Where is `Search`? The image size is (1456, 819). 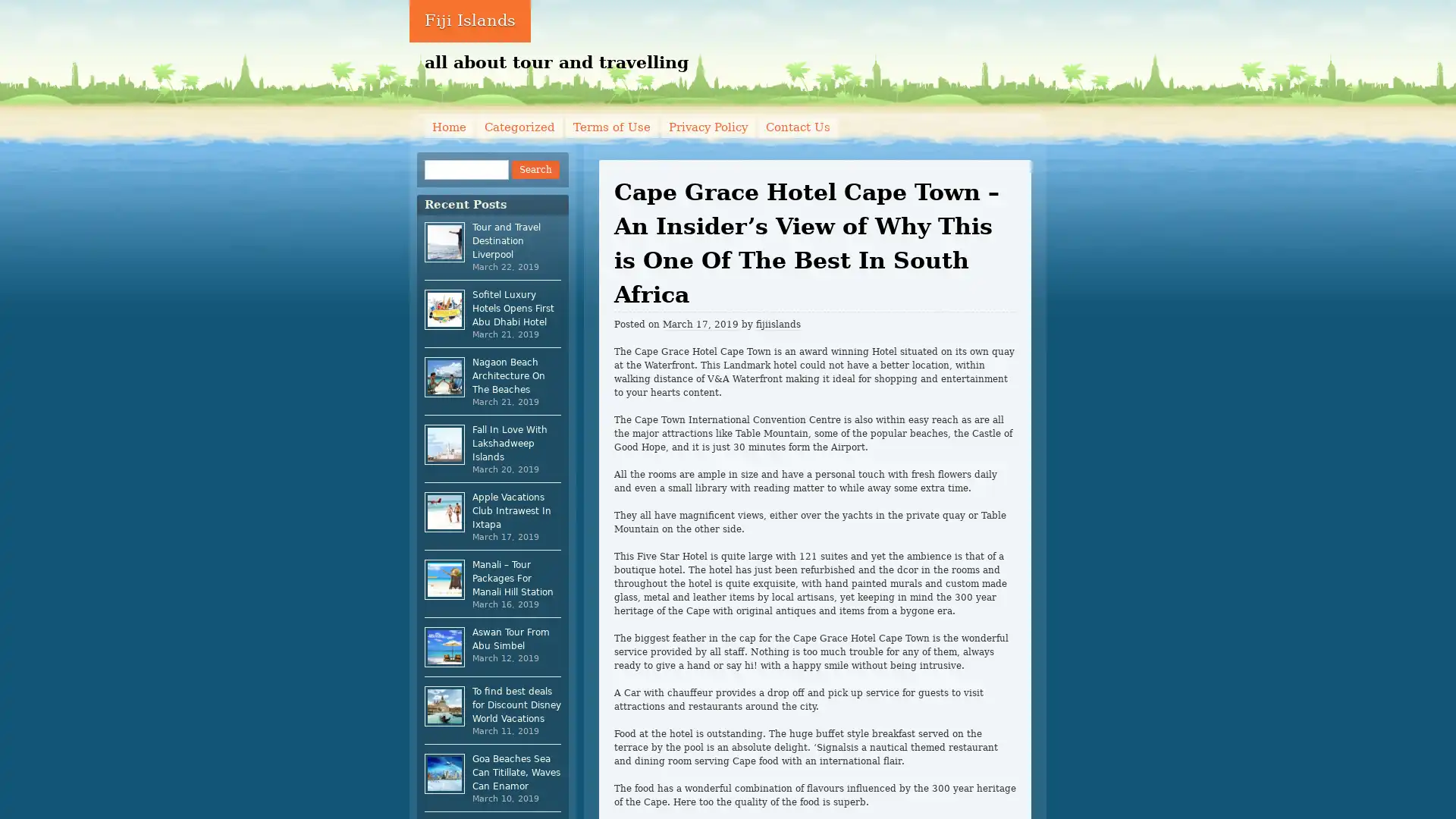 Search is located at coordinates (535, 169).